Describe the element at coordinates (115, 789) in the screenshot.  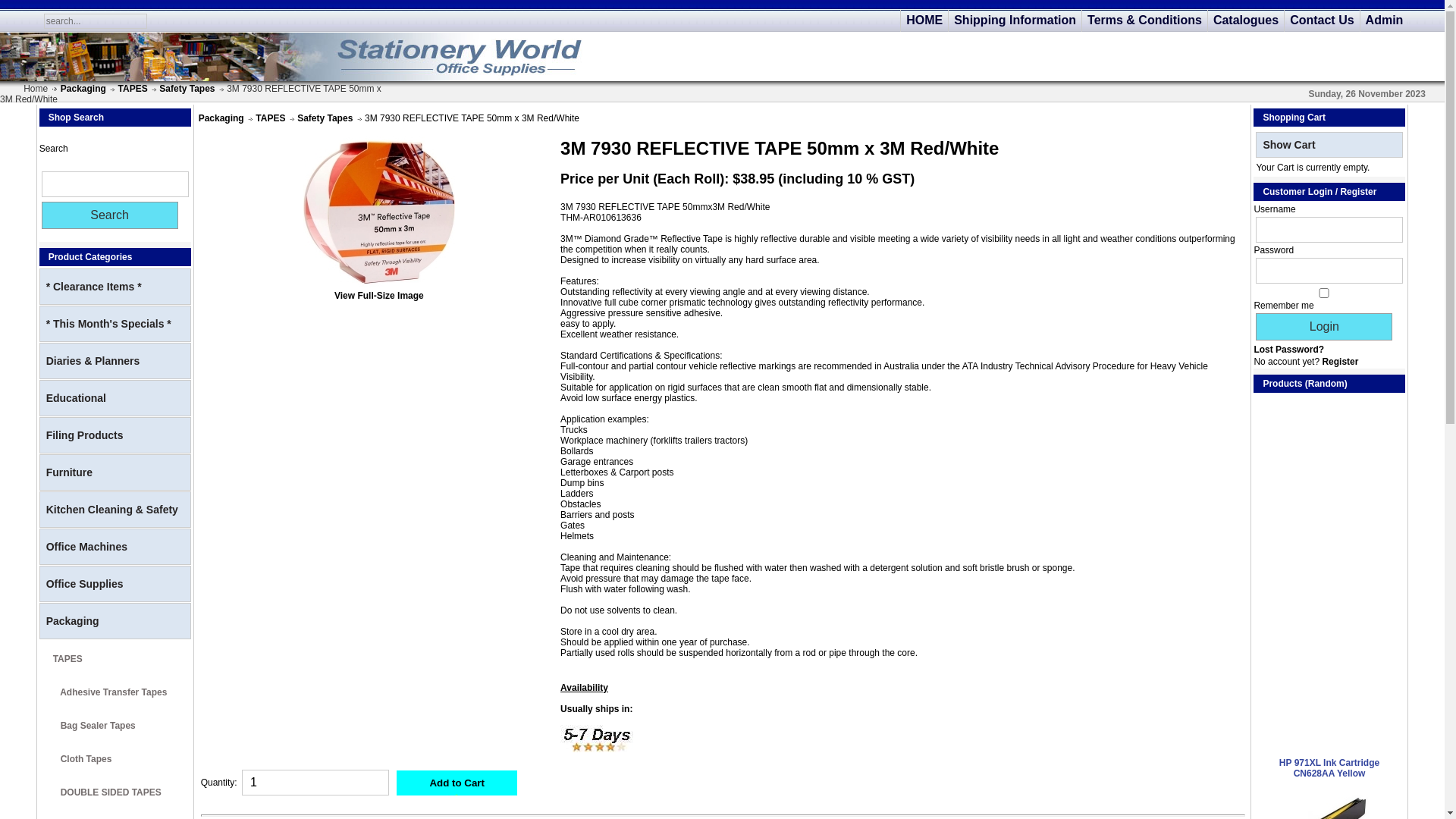
I see `'      DOUBLE SIDED TAPES'` at that location.